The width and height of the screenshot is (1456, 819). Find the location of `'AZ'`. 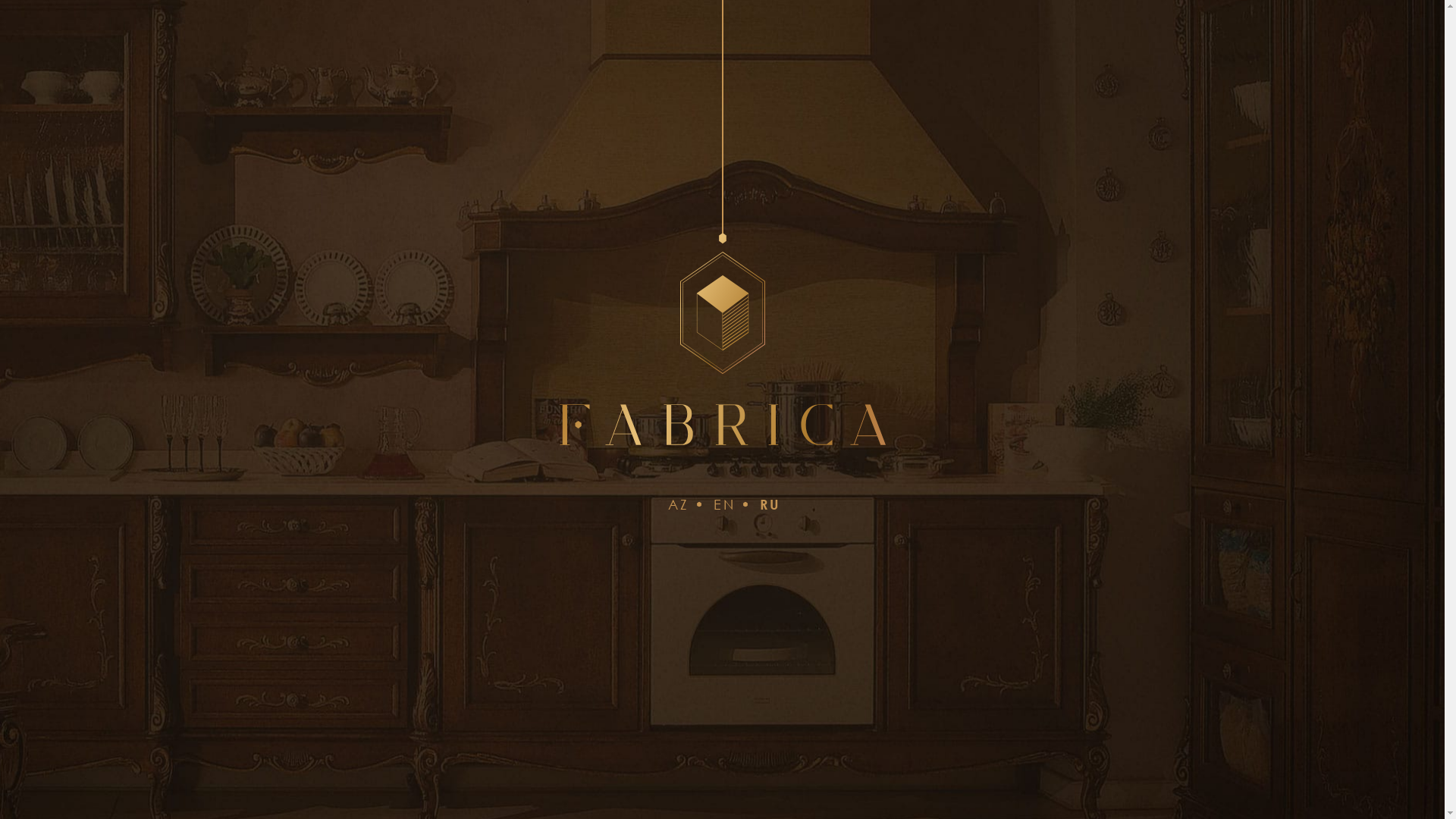

'AZ' is located at coordinates (667, 504).